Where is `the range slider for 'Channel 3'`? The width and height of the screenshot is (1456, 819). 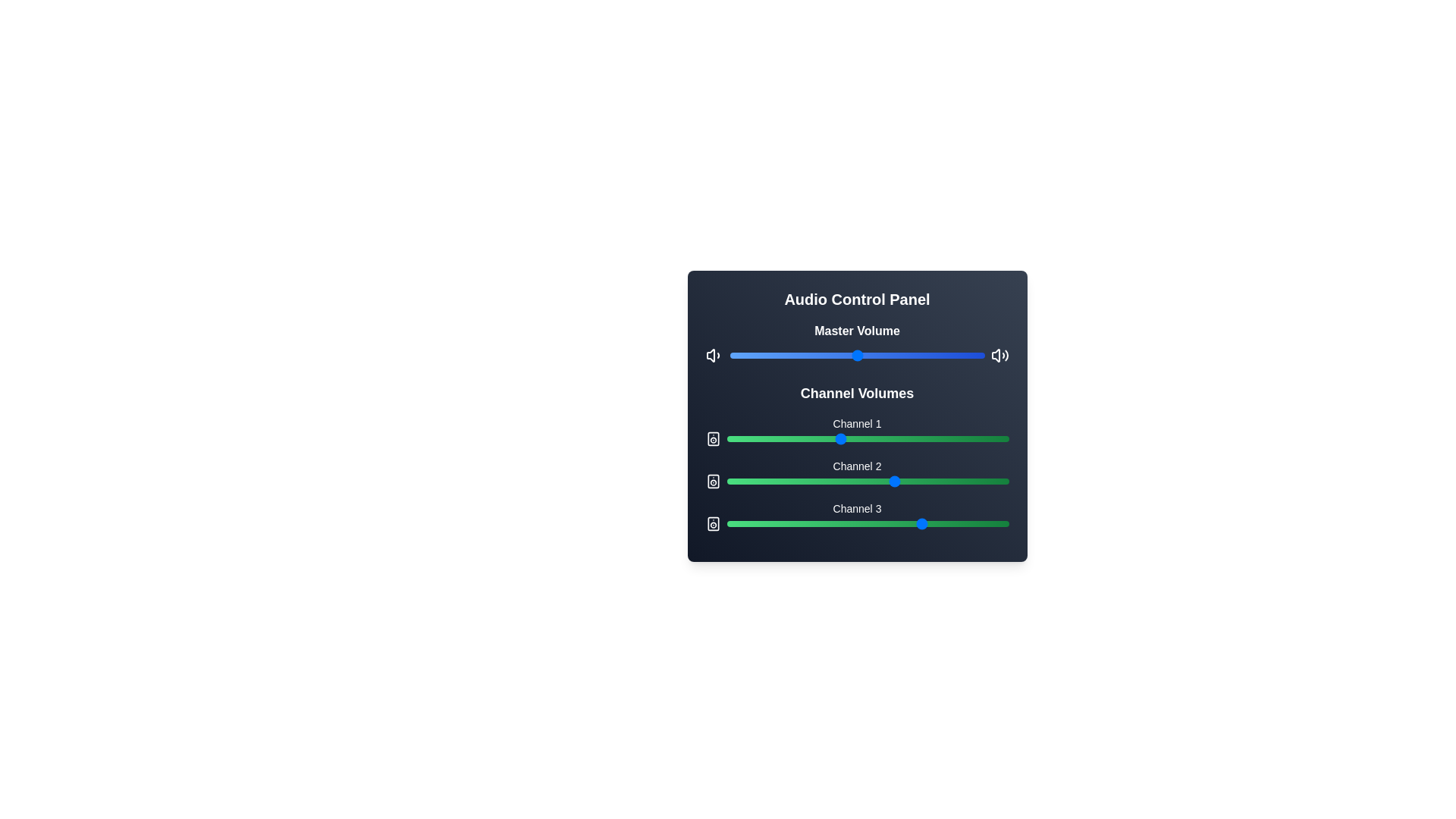 the range slider for 'Channel 3' is located at coordinates (868, 522).